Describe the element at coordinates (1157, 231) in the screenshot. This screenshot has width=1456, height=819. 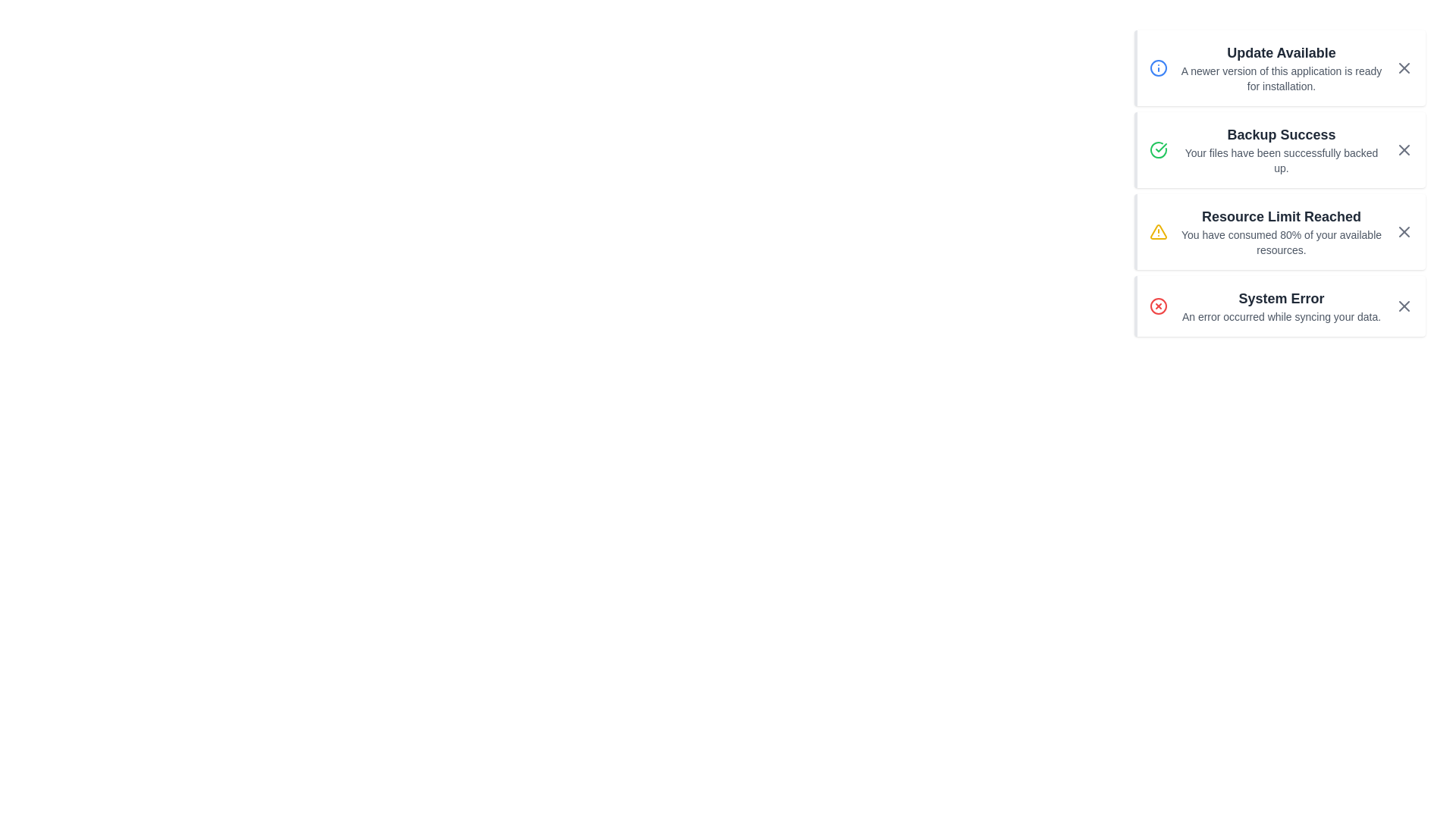
I see `the warning icon located in the 'Resource Limit Reached' section of the notification interface, positioned to the left of the title text and above the subtitle text` at that location.